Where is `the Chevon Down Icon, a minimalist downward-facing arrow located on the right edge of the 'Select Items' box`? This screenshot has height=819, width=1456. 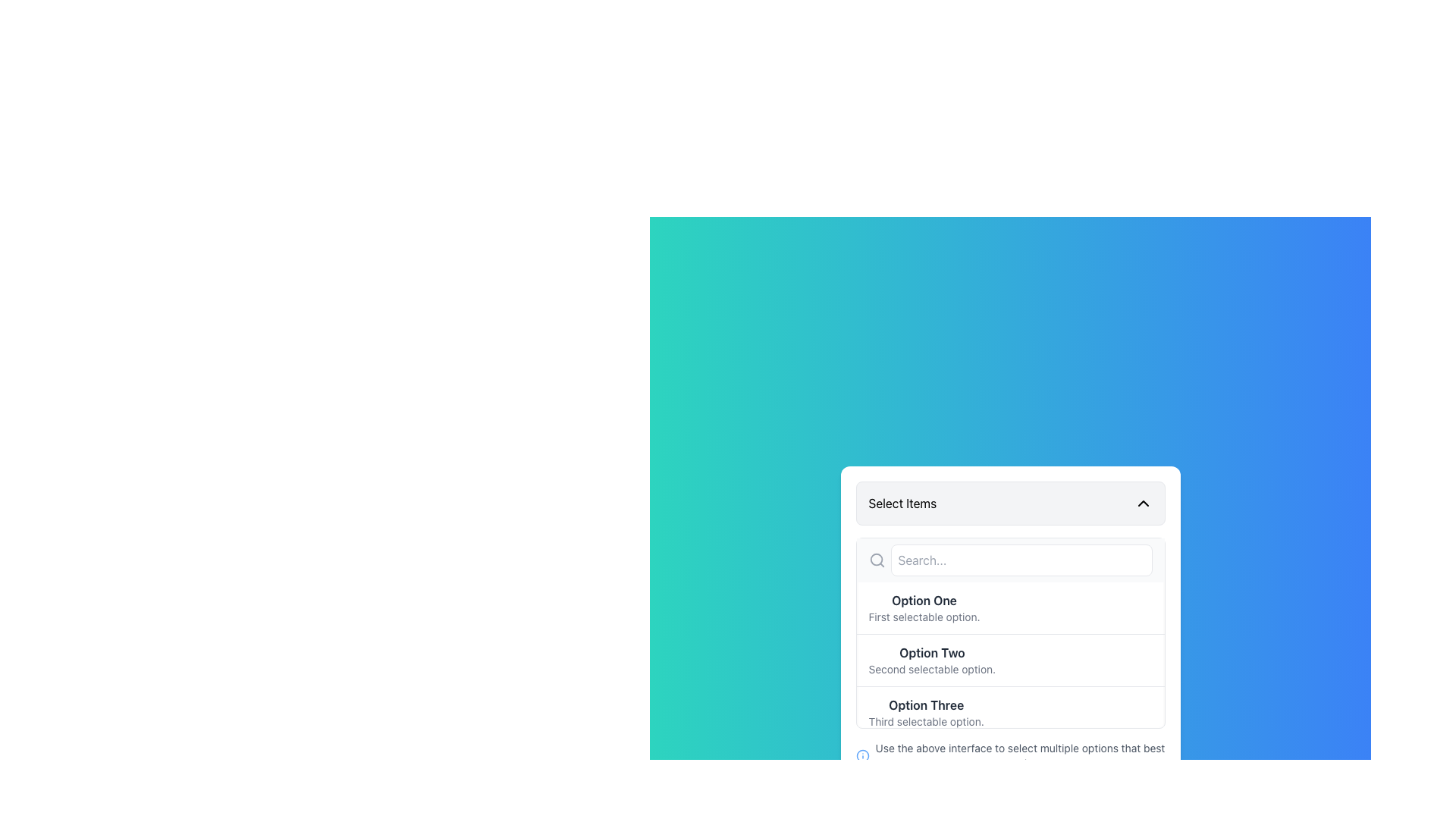 the Chevon Down Icon, a minimalist downward-facing arrow located on the right edge of the 'Select Items' box is located at coordinates (1143, 503).